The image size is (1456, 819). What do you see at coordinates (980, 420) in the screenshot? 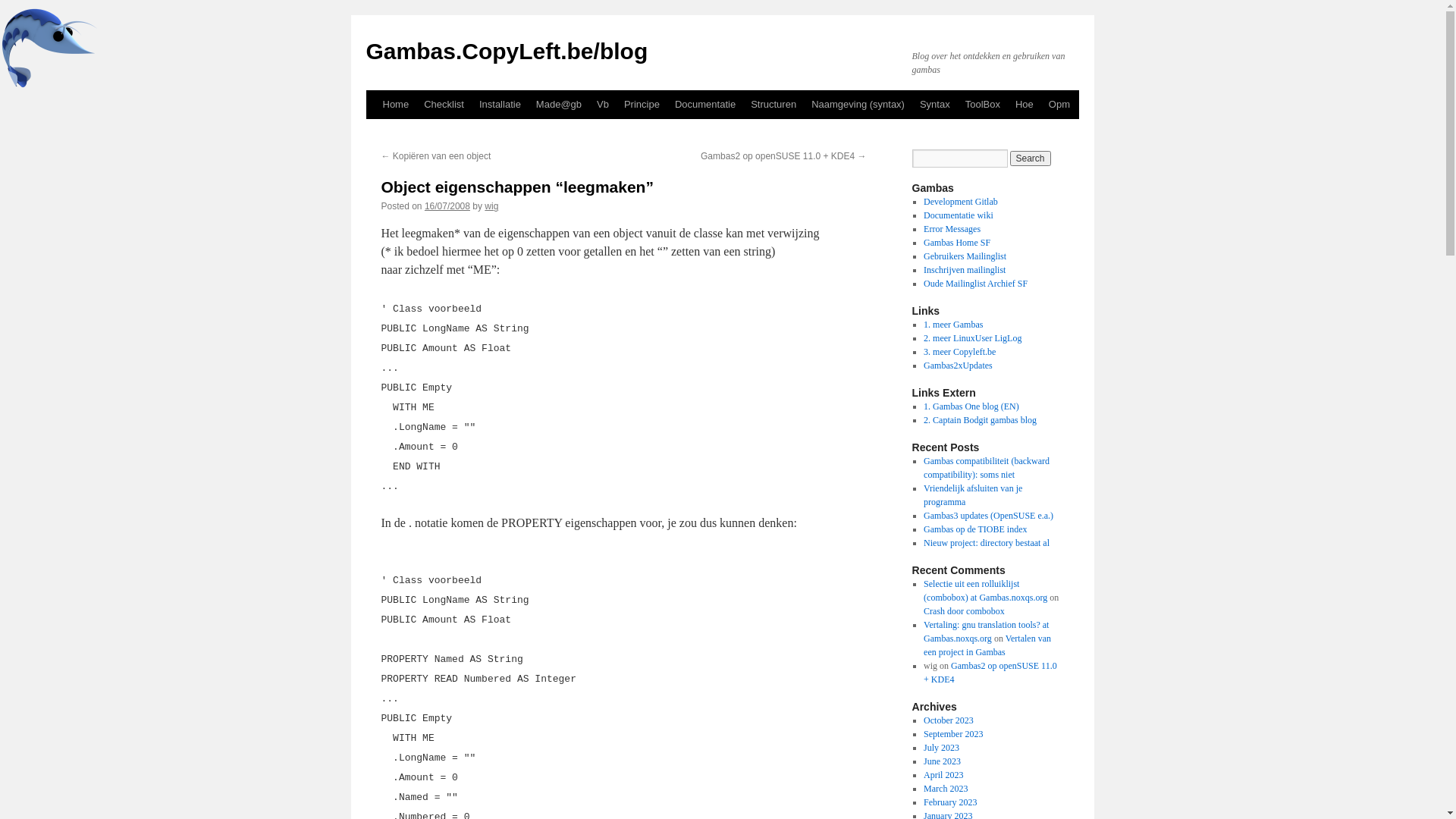
I see `'2. Captain Bodgit gambas blog'` at bounding box center [980, 420].